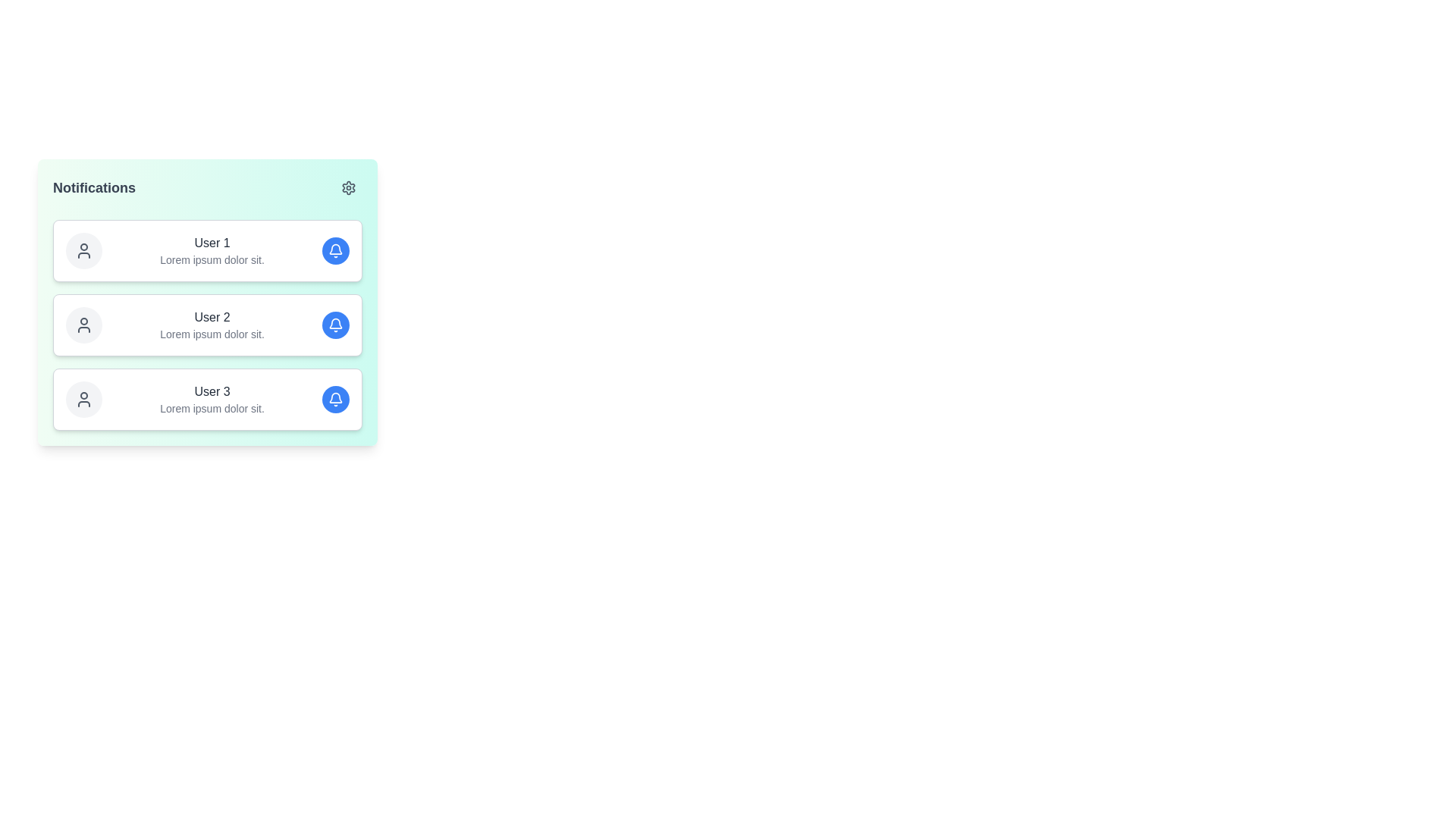 Image resolution: width=1456 pixels, height=819 pixels. Describe the element at coordinates (83, 250) in the screenshot. I see `the user silhouette icon, which is a circular icon with a gray background and a minimalist line art design, located in the leftmost section of the 'User 1' notification card` at that location.